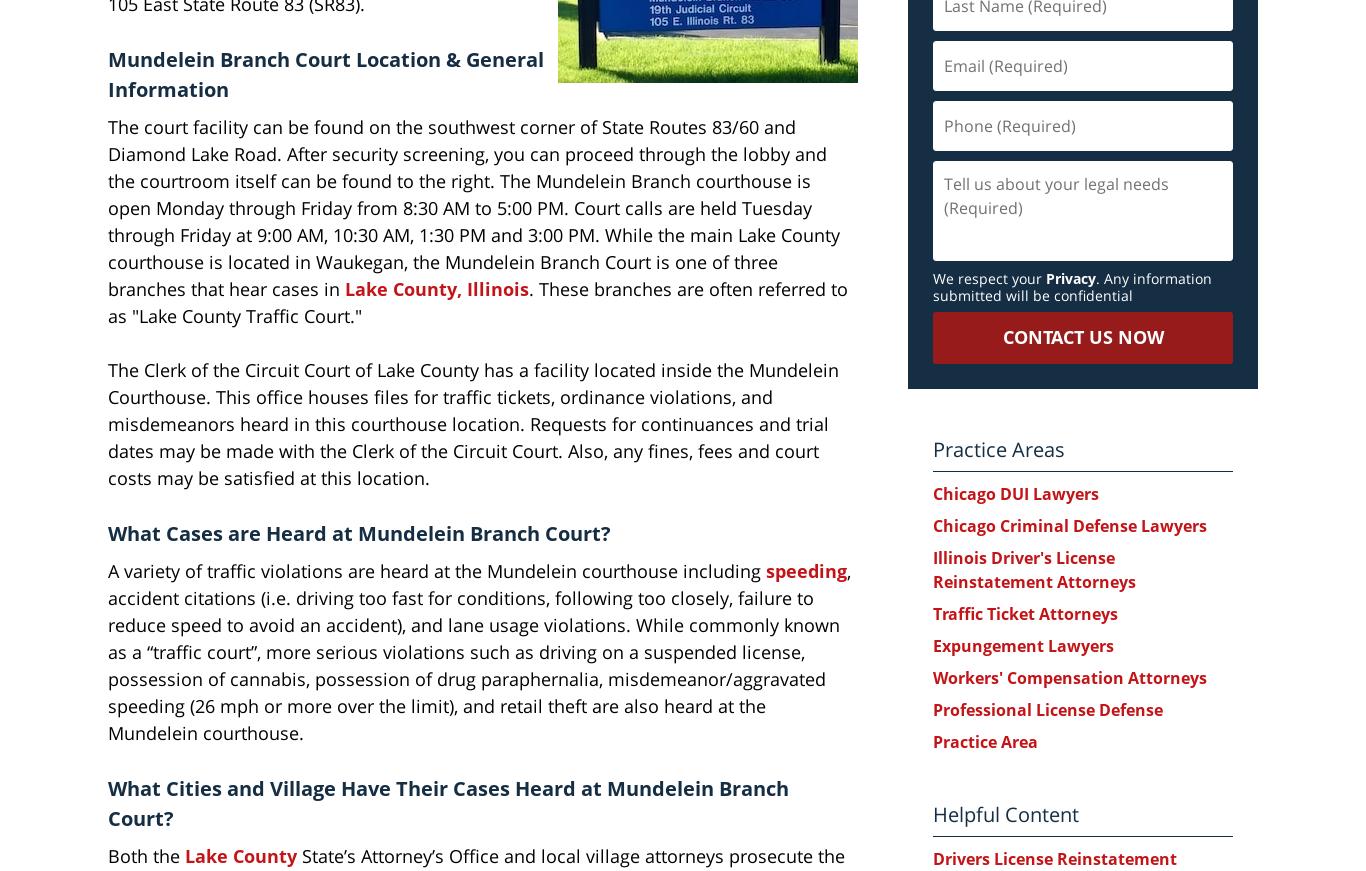 Image resolution: width=1366 pixels, height=871 pixels. I want to click on 'Practice Area', so click(985, 740).